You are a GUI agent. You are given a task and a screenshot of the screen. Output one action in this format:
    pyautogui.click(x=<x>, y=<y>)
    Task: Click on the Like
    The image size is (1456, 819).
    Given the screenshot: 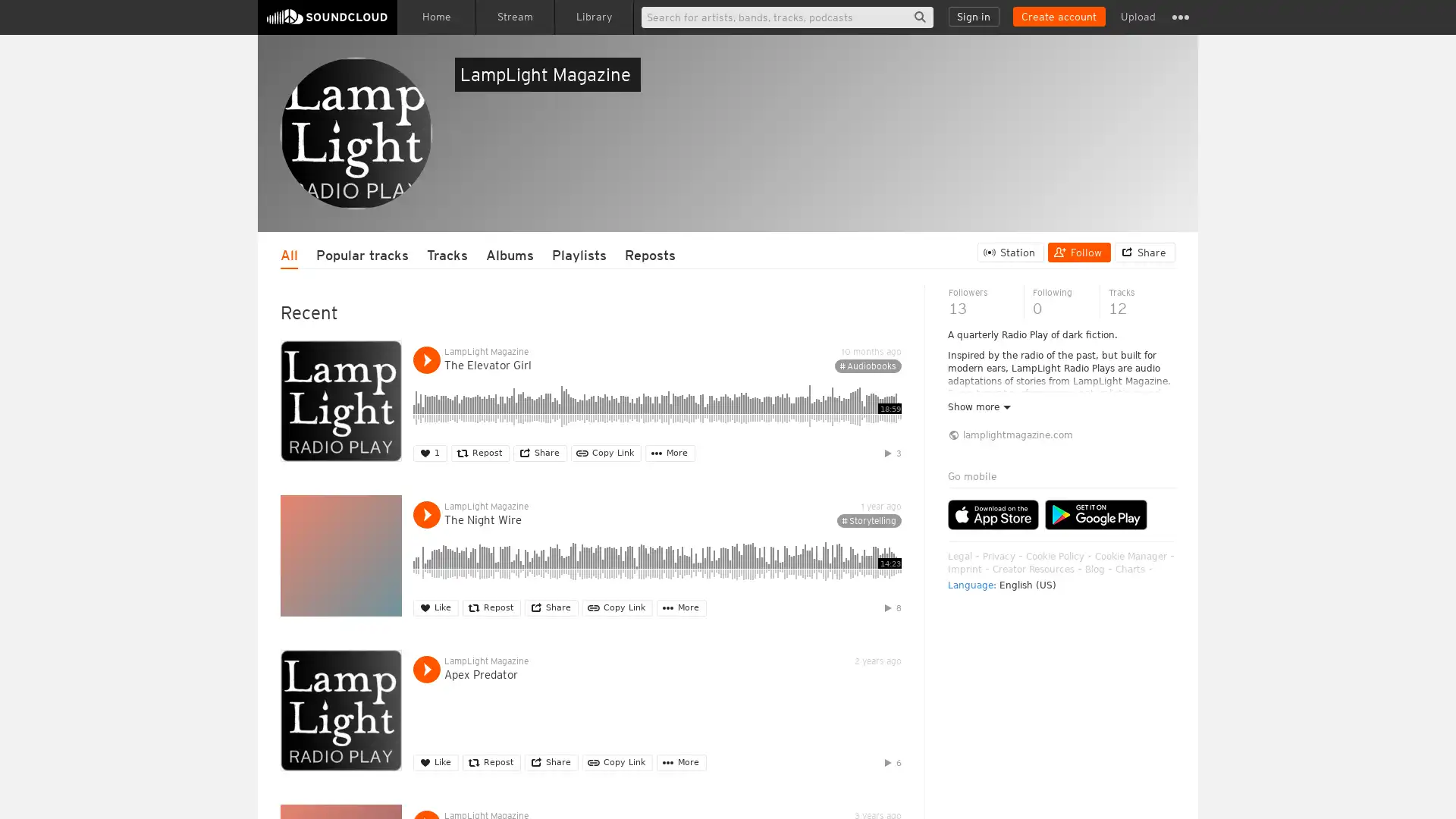 What is the action you would take?
    pyautogui.click(x=429, y=452)
    